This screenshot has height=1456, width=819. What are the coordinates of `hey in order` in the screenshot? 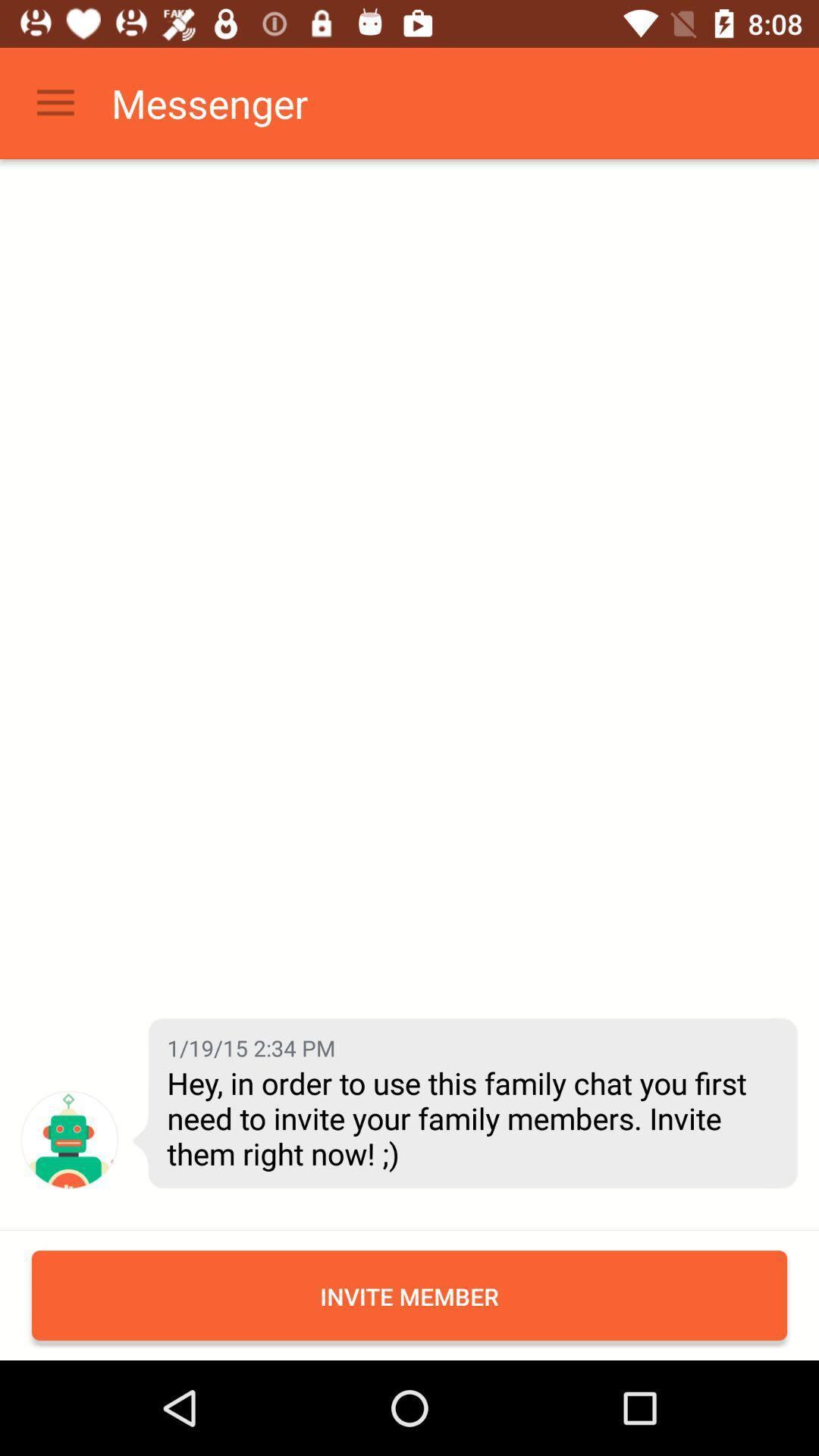 It's located at (470, 1118).